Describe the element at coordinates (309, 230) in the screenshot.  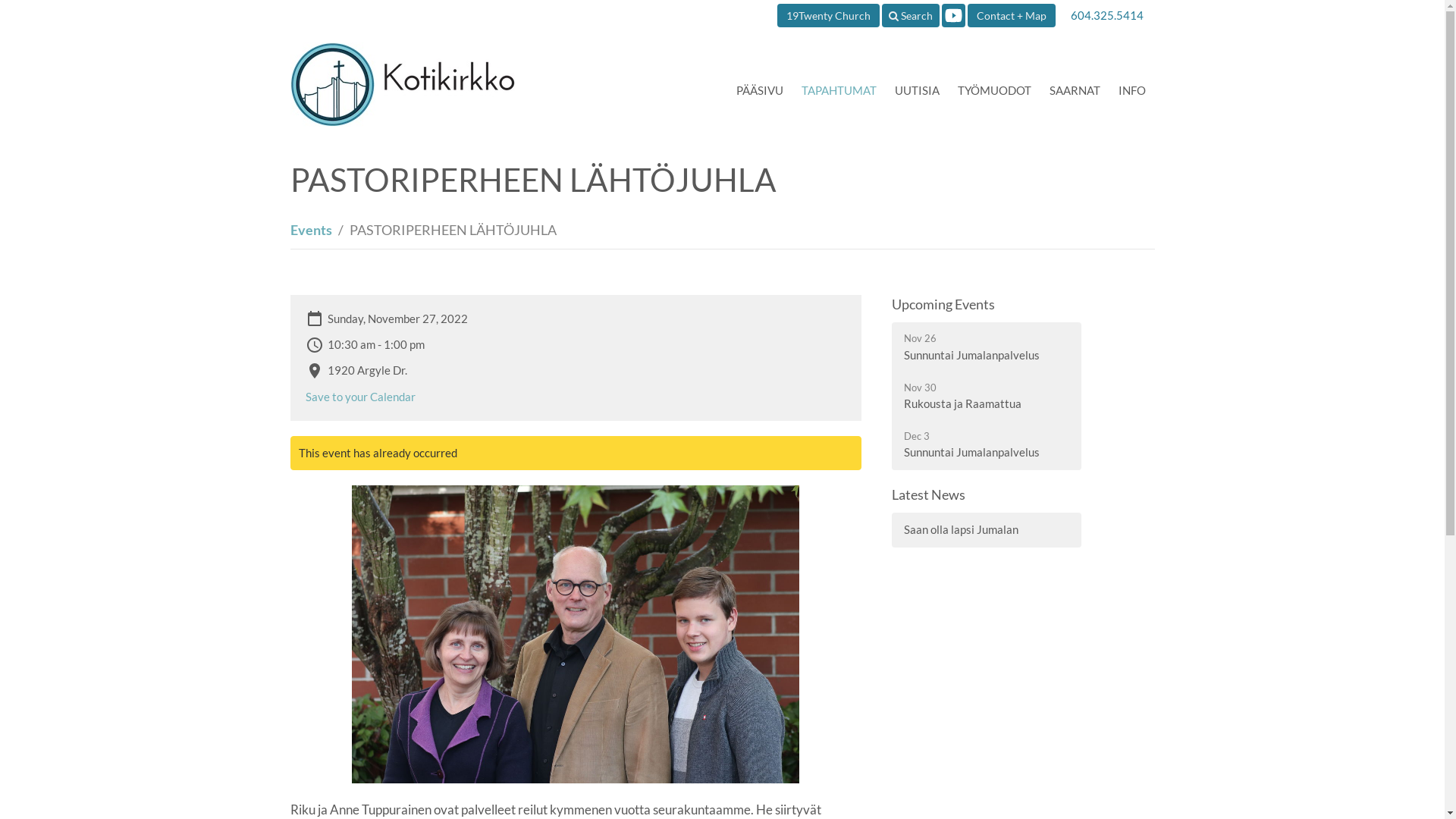
I see `'Events'` at that location.